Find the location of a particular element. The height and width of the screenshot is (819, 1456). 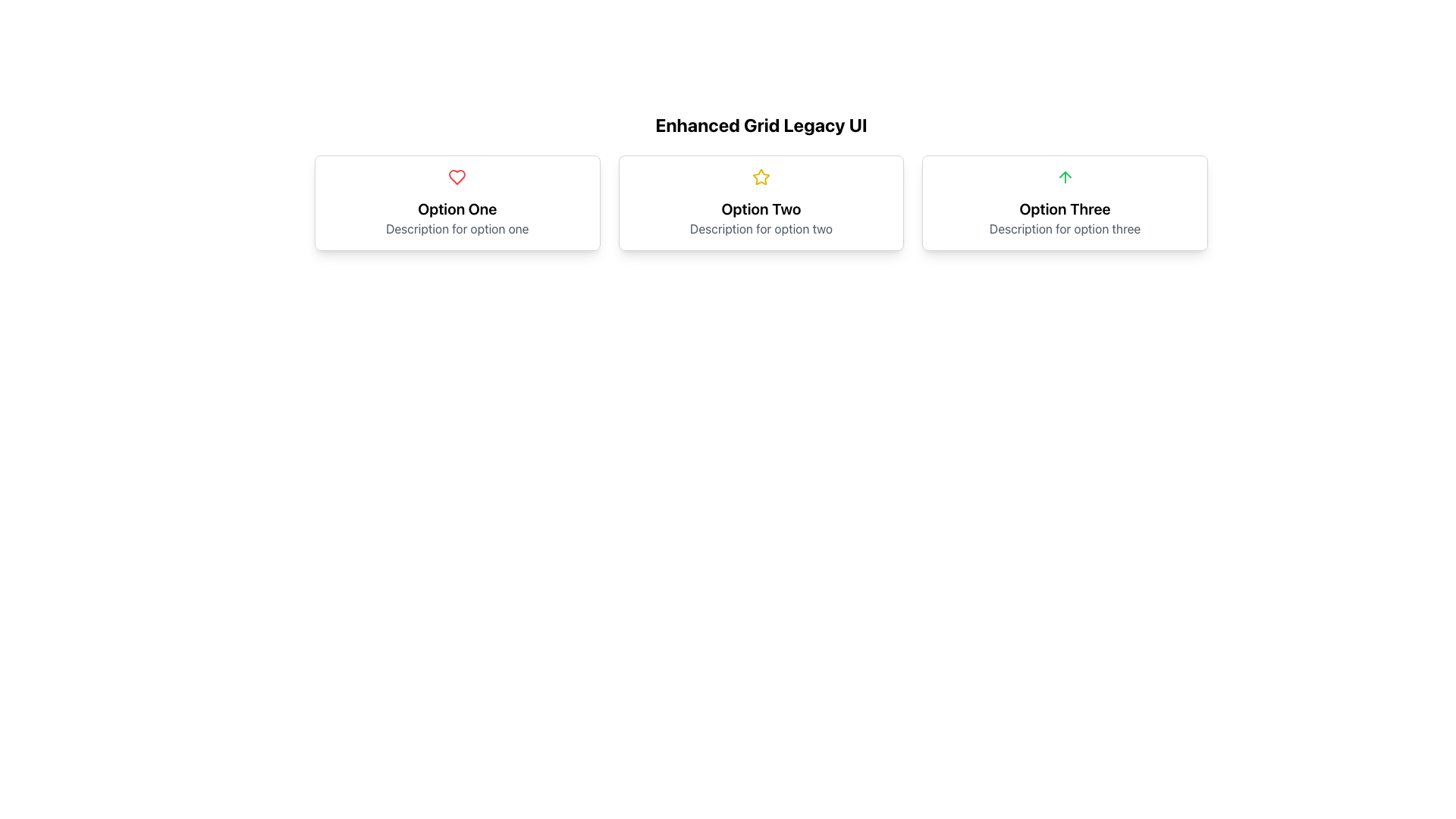

the heart icon located within the 'Option One' card, which is directly above the text 'Option One' and 'Description for option one.' is located at coordinates (457, 177).